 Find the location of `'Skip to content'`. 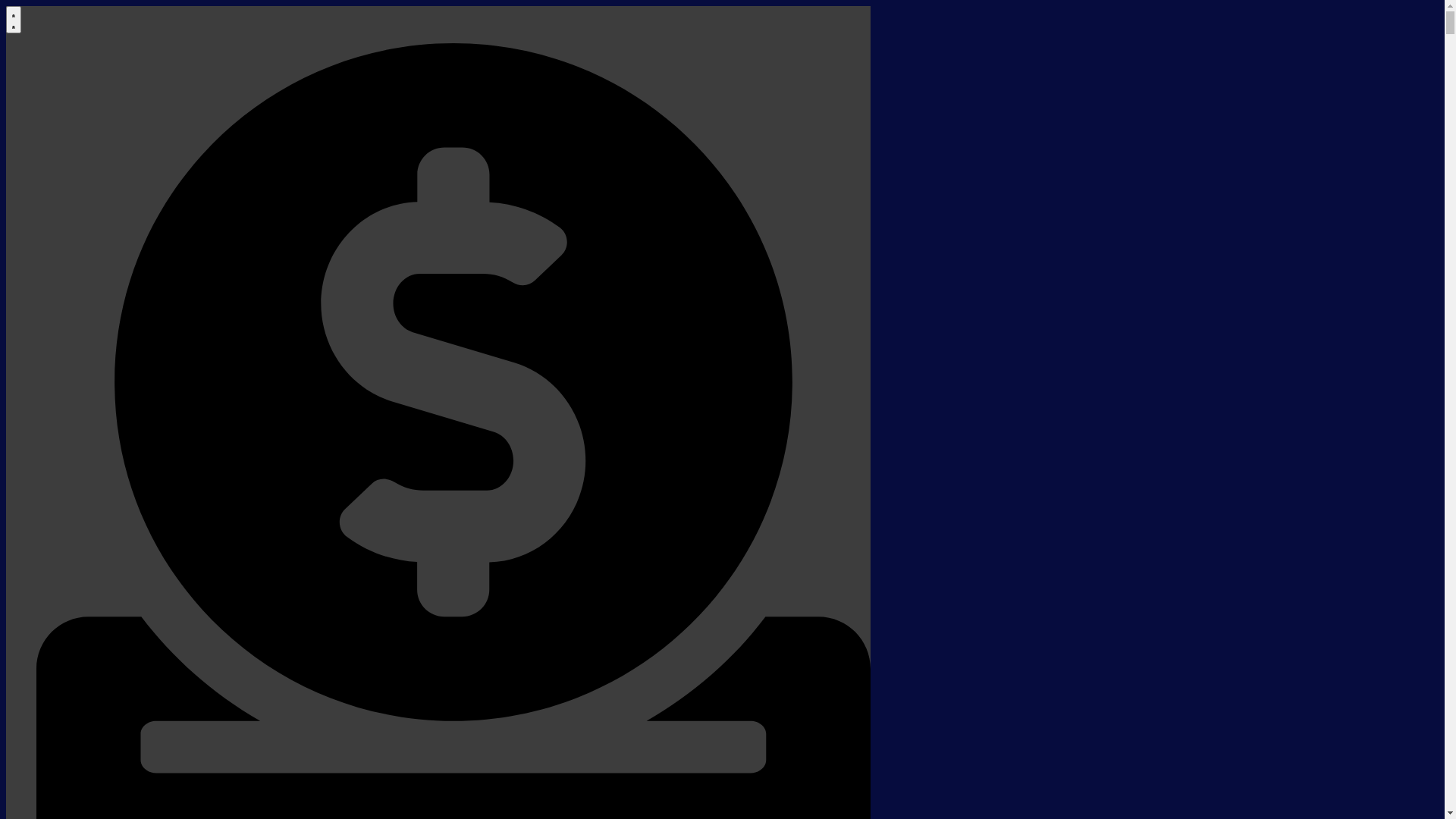

'Skip to content' is located at coordinates (5, 5).